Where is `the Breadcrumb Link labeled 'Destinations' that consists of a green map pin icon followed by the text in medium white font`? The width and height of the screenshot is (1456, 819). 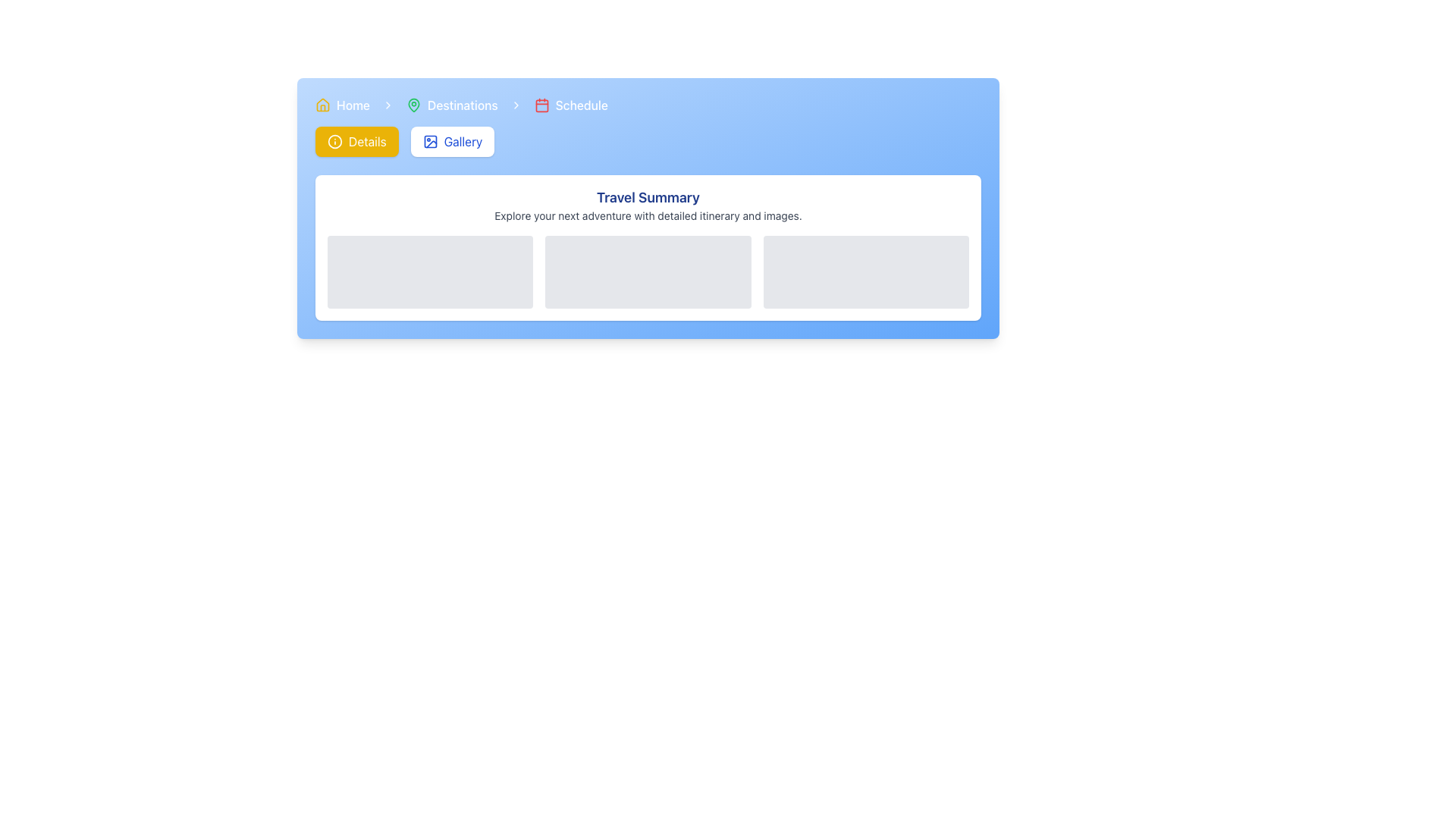 the Breadcrumb Link labeled 'Destinations' that consists of a green map pin icon followed by the text in medium white font is located at coordinates (451, 104).